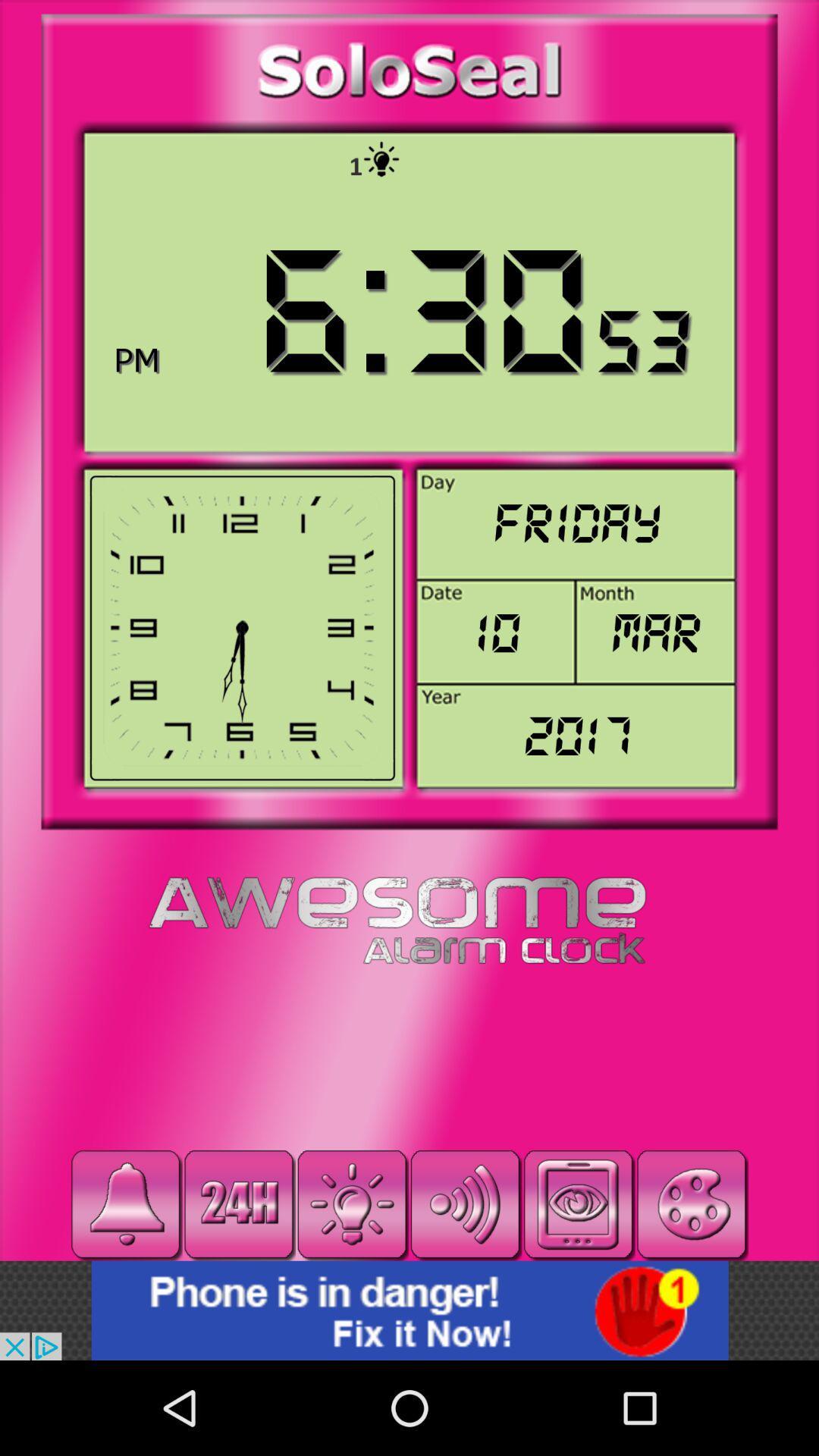 This screenshot has height=1456, width=819. What do you see at coordinates (464, 1203) in the screenshot?
I see `adjust volume` at bounding box center [464, 1203].